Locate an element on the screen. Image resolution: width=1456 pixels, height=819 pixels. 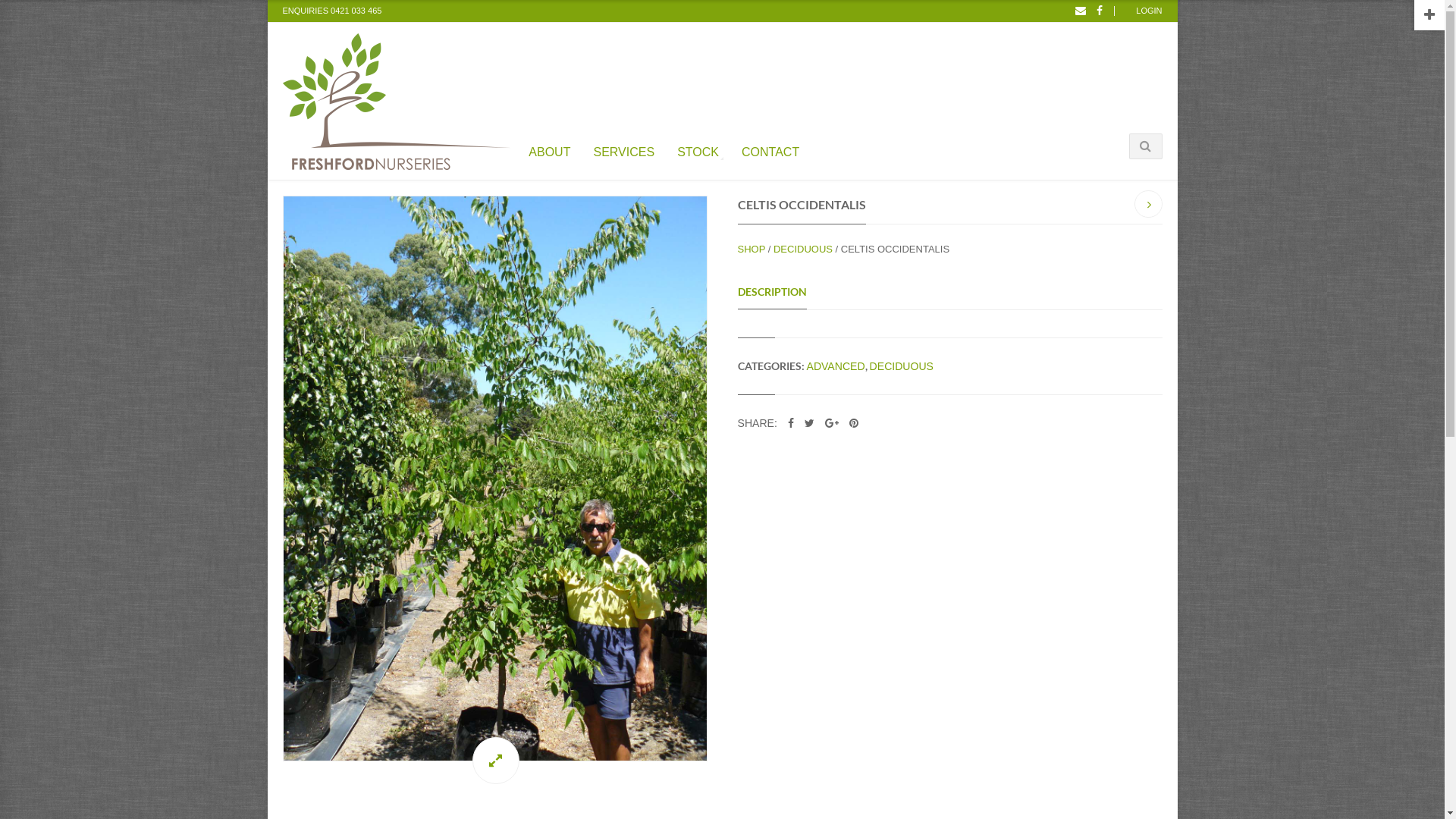
'SERVICES' is located at coordinates (623, 149).